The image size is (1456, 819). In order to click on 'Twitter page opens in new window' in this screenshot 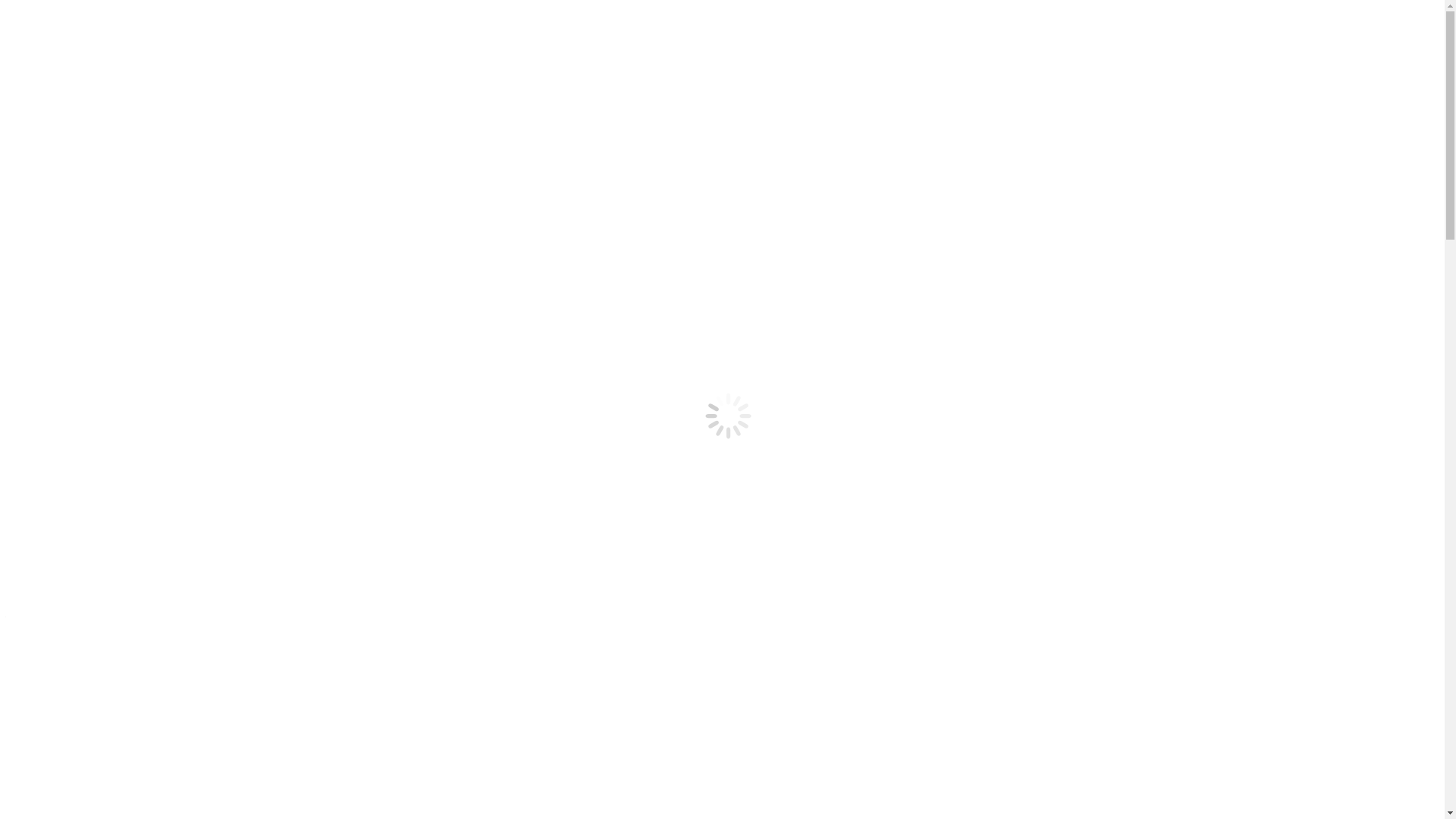, I will do `click(273, 80)`.